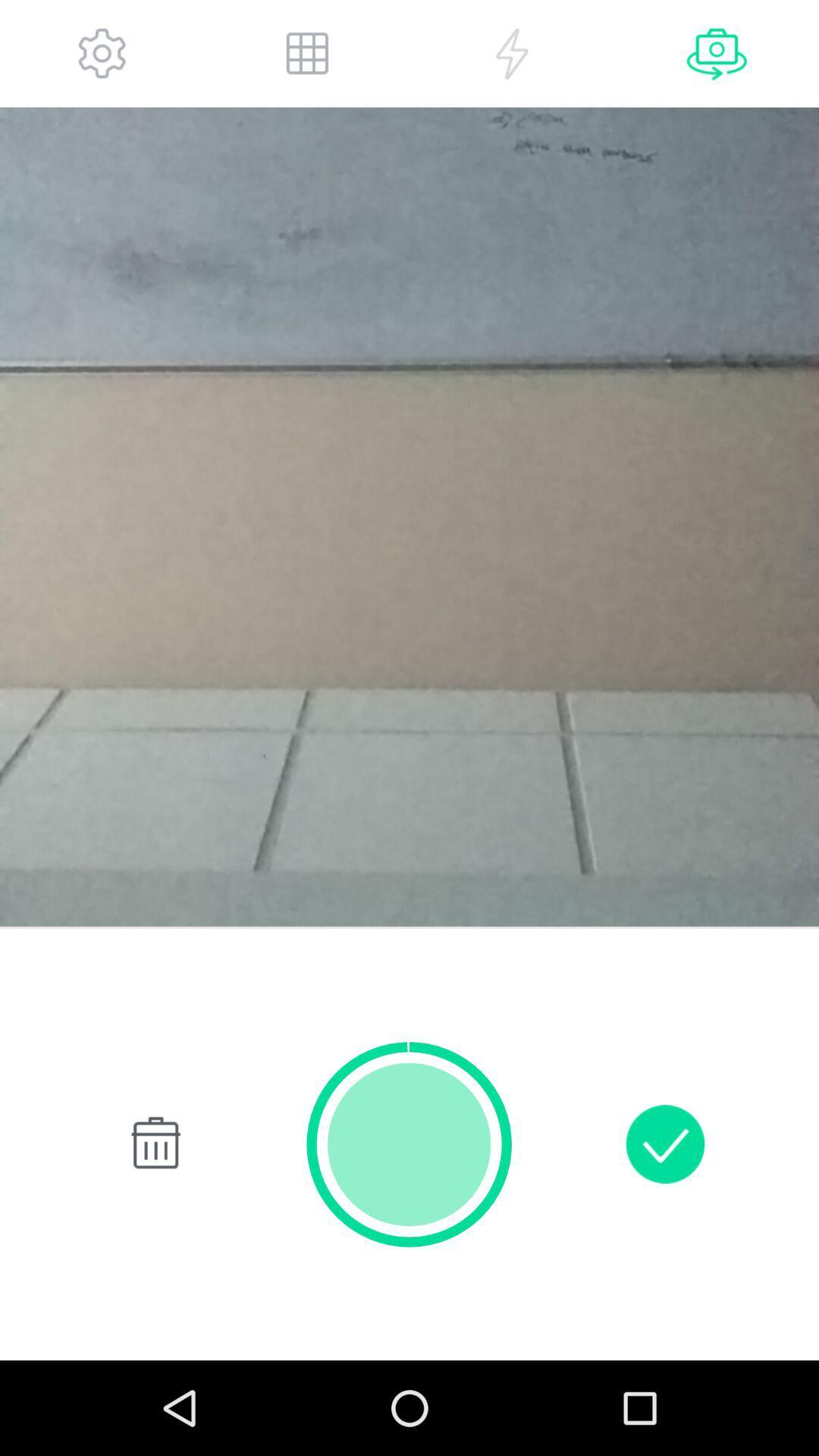 This screenshot has width=819, height=1456. What do you see at coordinates (307, 57) in the screenshot?
I see `the more icon` at bounding box center [307, 57].